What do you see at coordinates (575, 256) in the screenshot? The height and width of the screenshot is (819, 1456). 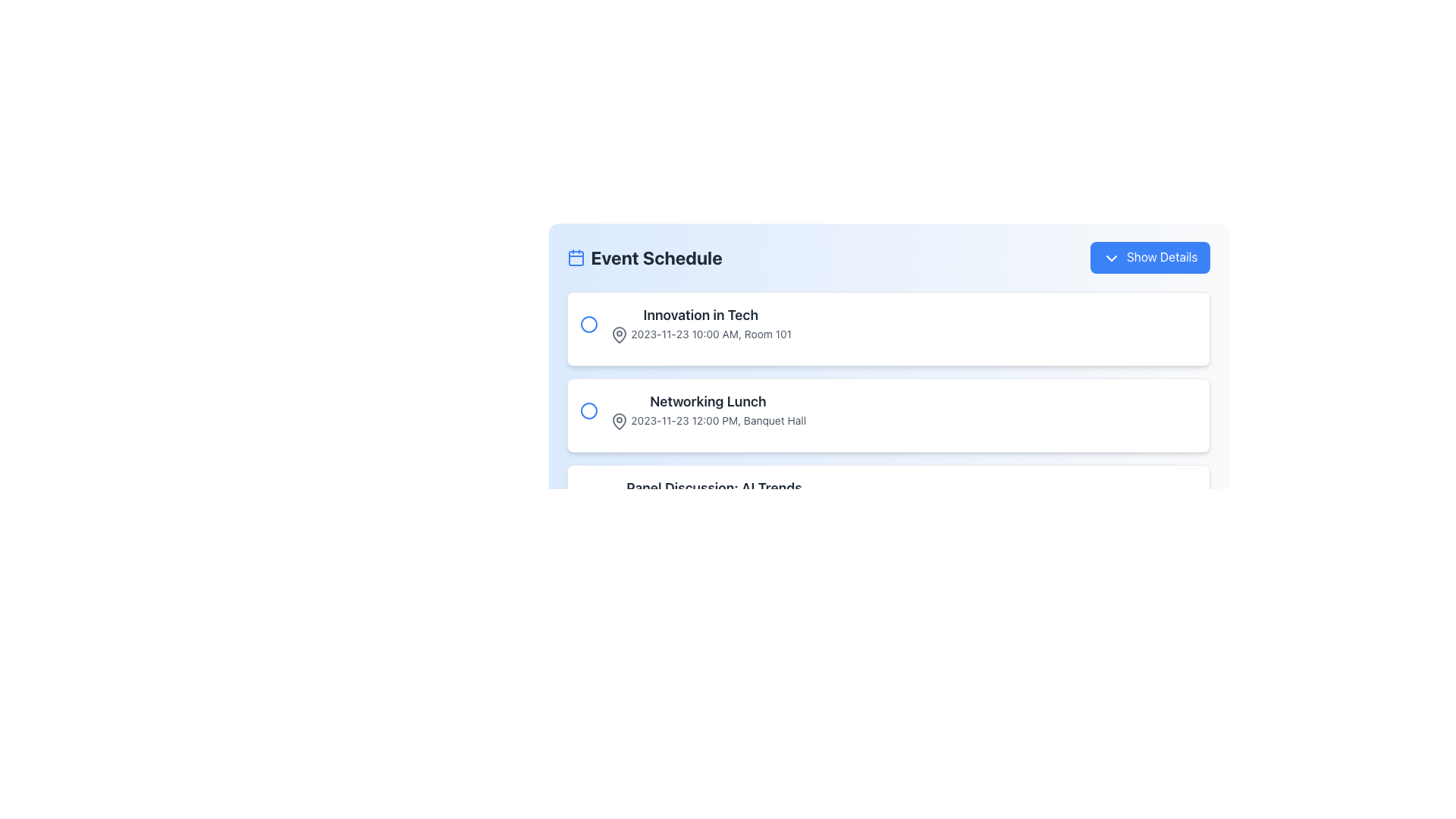 I see `the blue calendar icon located to the left of the text 'Event Schedule' in the header section by moving the cursor to its center point` at bounding box center [575, 256].